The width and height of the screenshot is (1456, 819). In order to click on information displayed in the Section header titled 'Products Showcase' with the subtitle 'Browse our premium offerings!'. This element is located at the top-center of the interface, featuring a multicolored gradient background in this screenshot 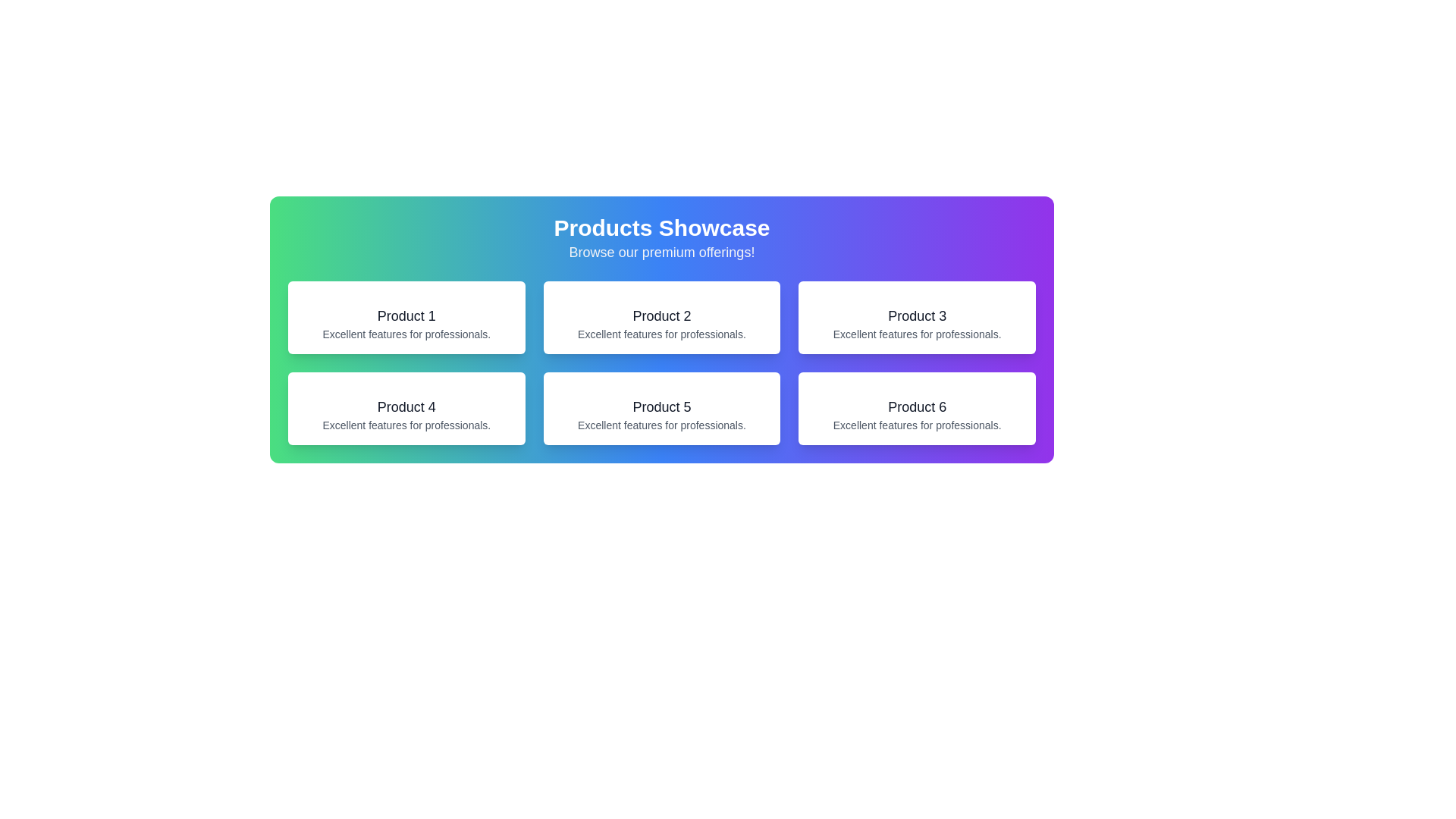, I will do `click(662, 239)`.